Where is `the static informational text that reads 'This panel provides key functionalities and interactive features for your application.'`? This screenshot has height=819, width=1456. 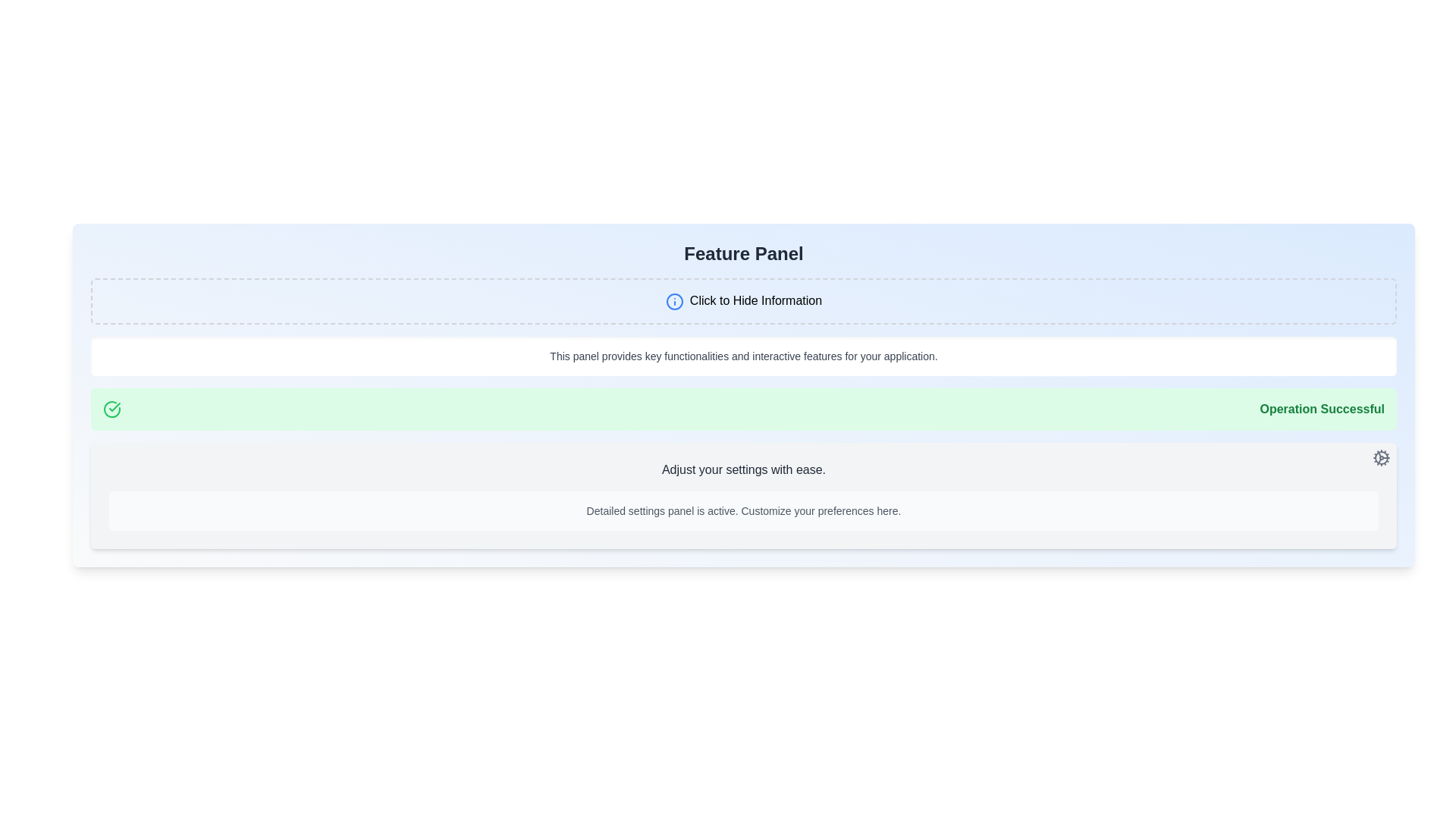 the static informational text that reads 'This panel provides key functionalities and interactive features for your application.' is located at coordinates (743, 356).